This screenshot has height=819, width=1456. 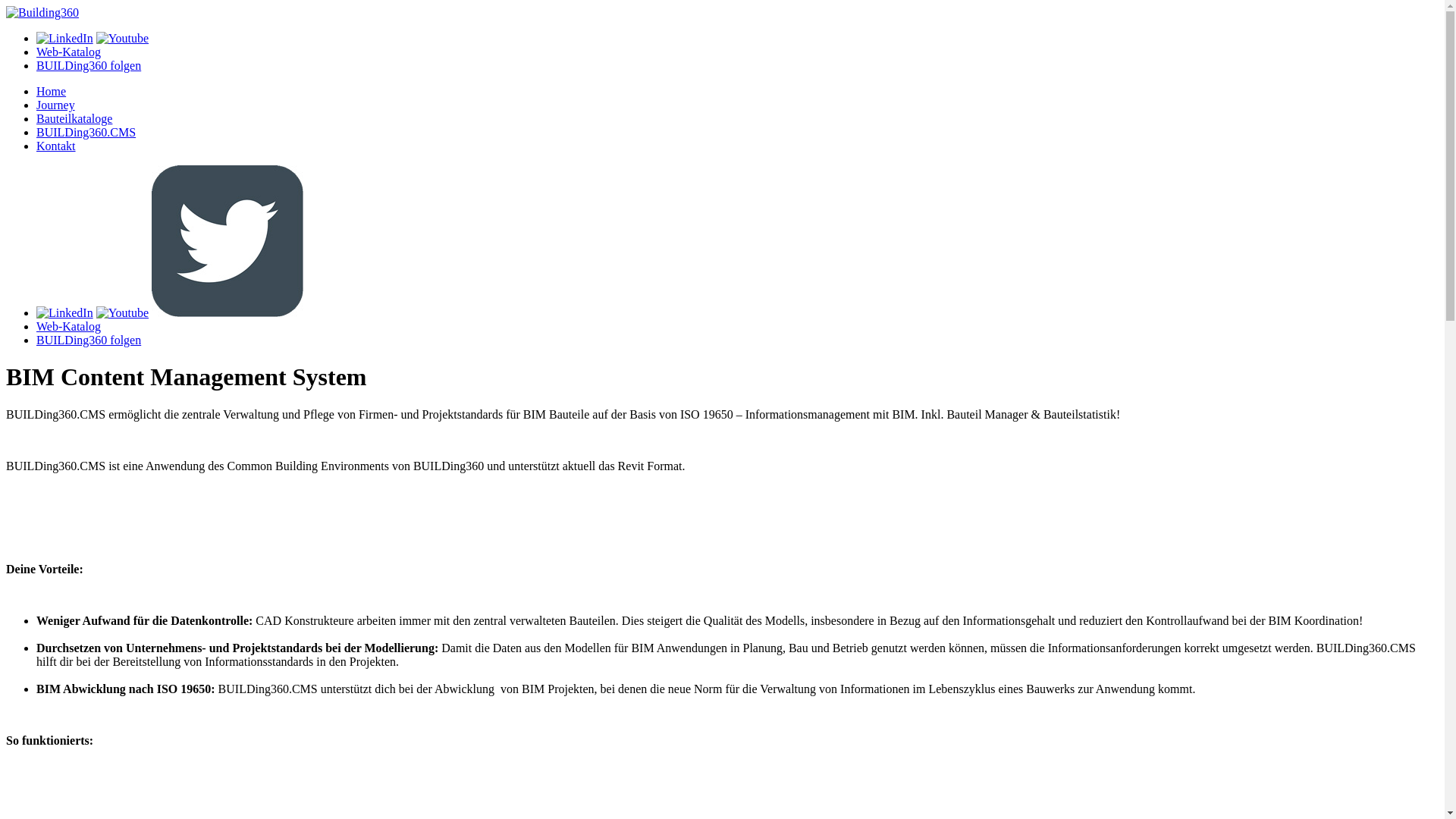 I want to click on 'Journey', so click(x=36, y=104).